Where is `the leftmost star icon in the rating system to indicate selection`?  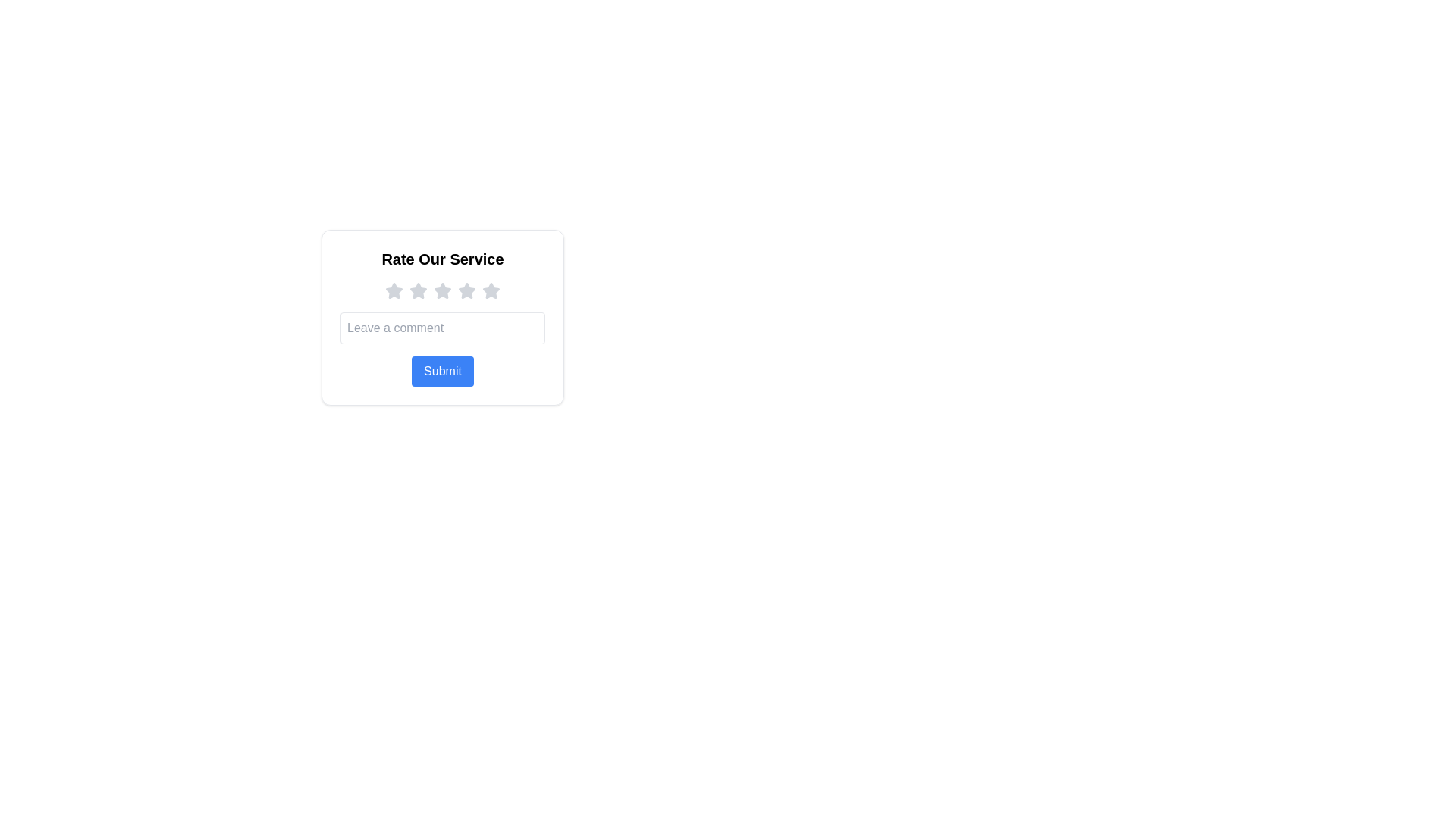 the leftmost star icon in the rating system to indicate selection is located at coordinates (394, 290).